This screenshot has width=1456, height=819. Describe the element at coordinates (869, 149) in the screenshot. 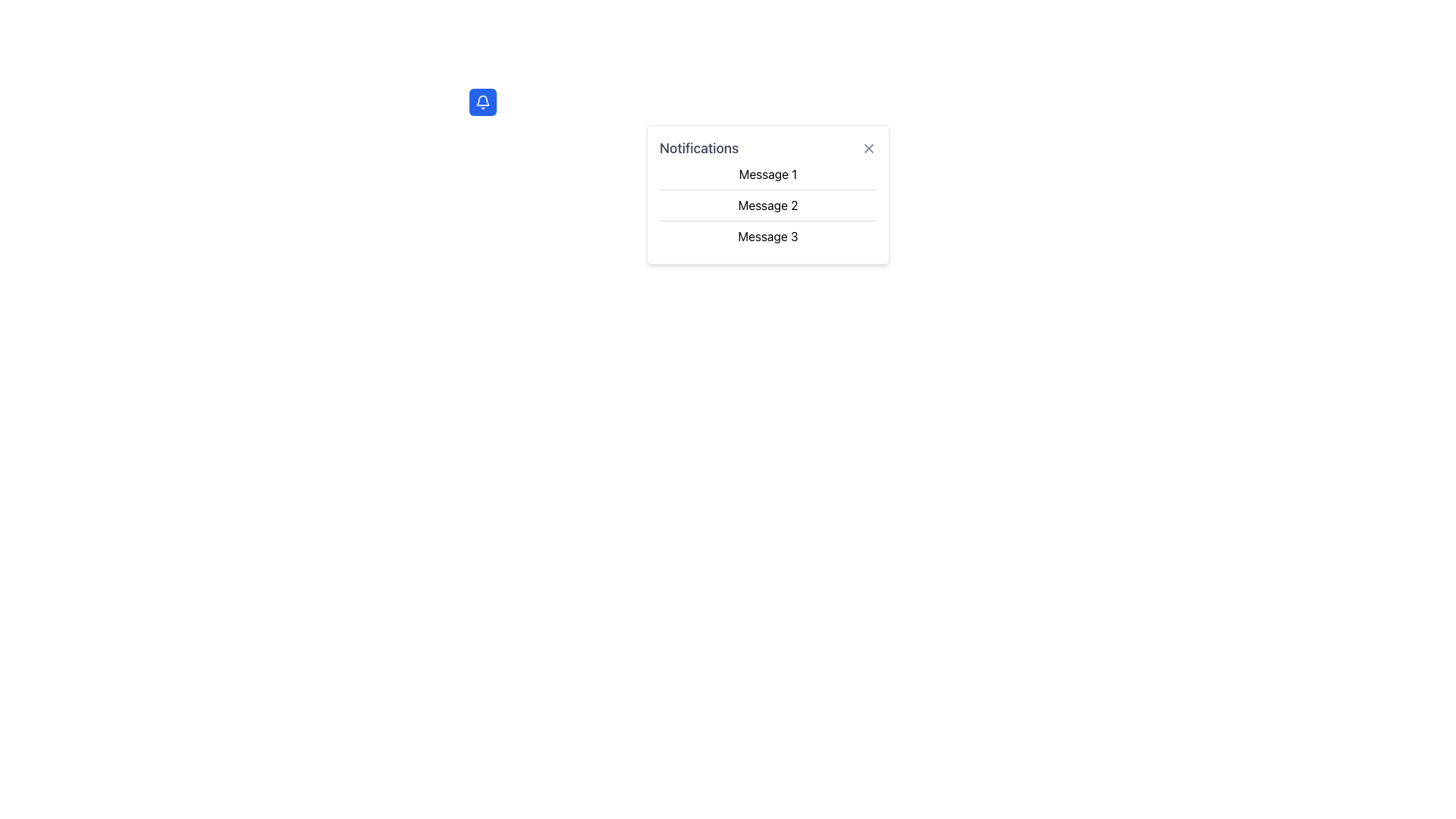

I see `the close button located at the top-right corner of the notification box` at that location.